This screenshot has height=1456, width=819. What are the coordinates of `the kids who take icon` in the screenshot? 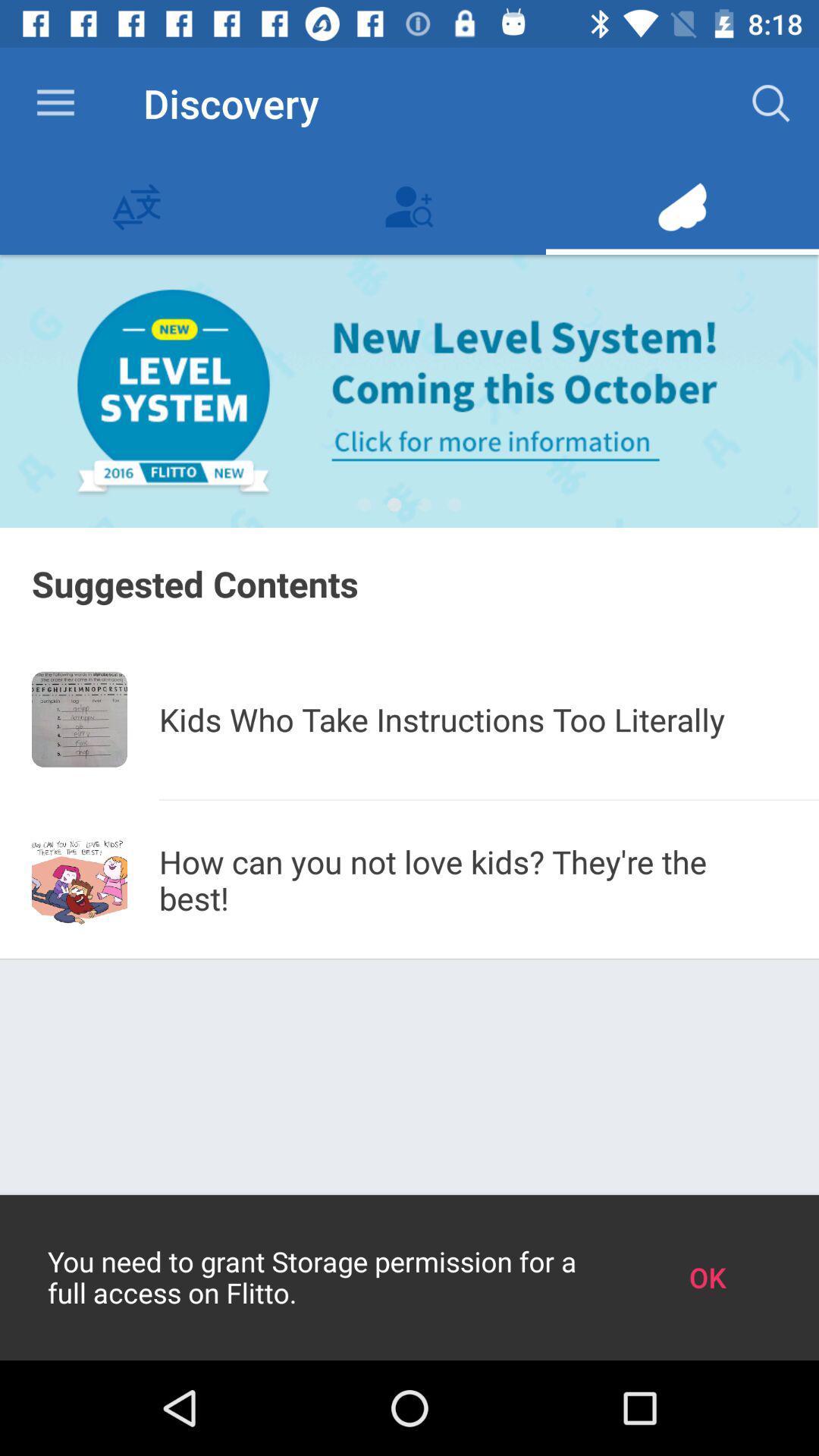 It's located at (472, 718).